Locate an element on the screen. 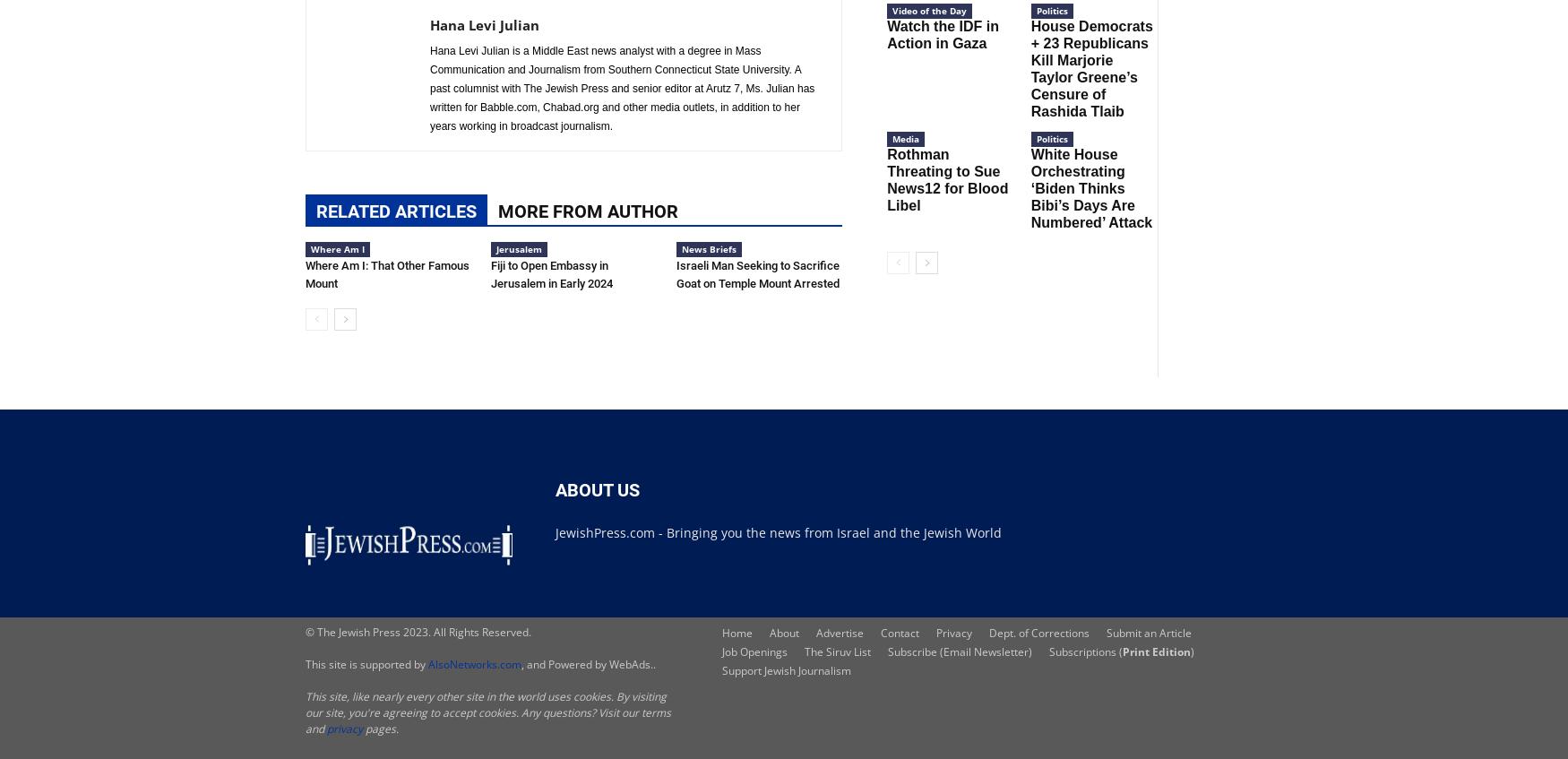  'Hana Levi Julian' is located at coordinates (483, 23).